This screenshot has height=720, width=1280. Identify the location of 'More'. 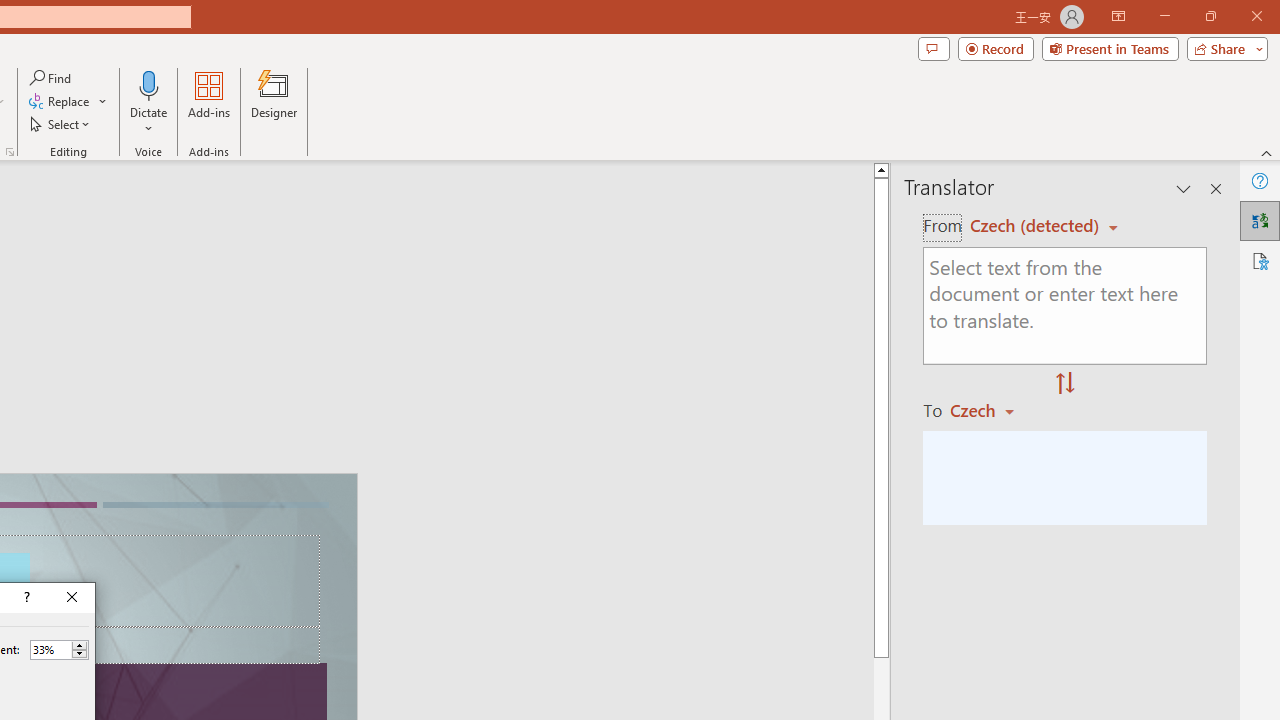
(79, 645).